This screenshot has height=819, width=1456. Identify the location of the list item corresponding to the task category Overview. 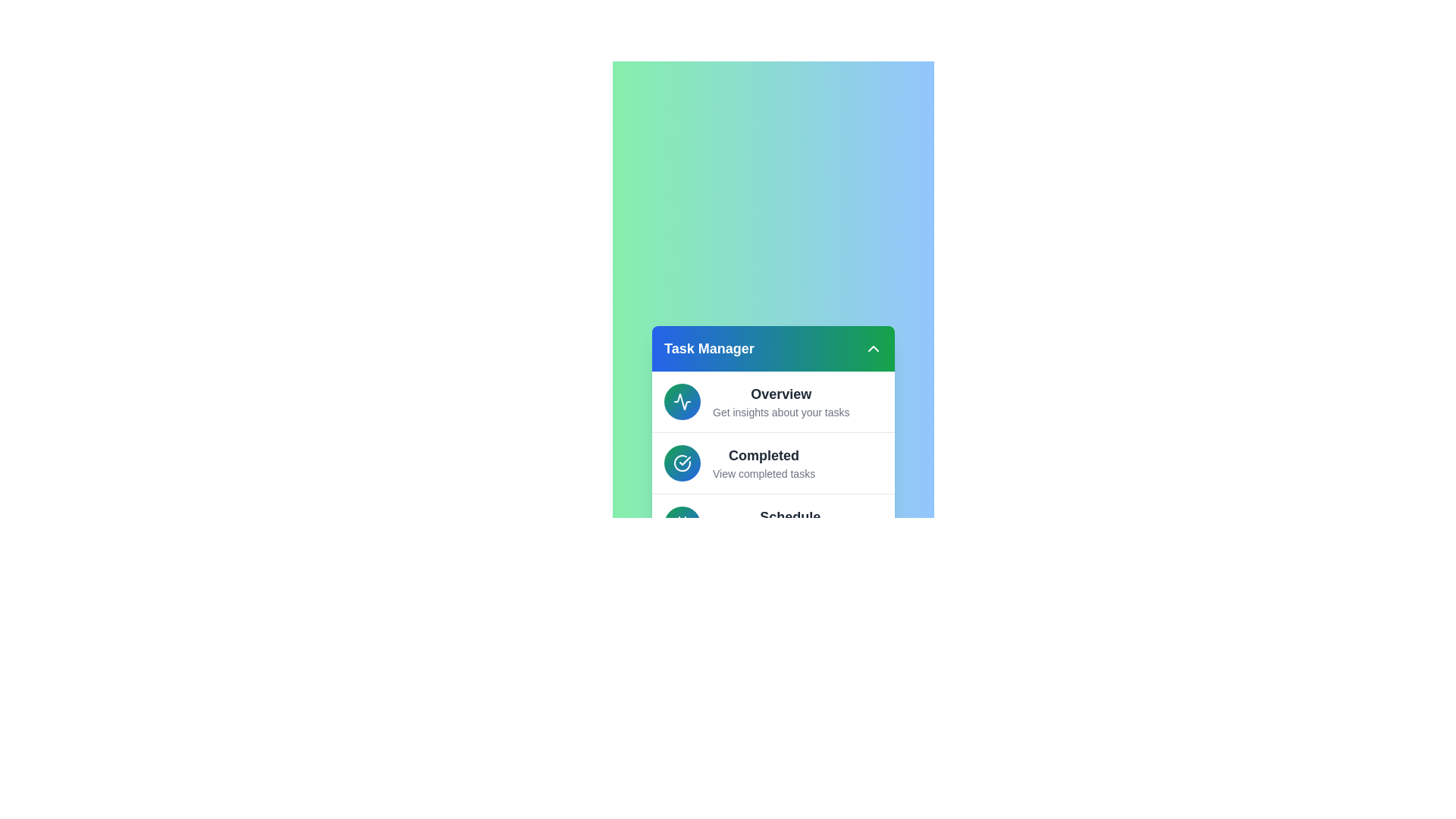
(773, 400).